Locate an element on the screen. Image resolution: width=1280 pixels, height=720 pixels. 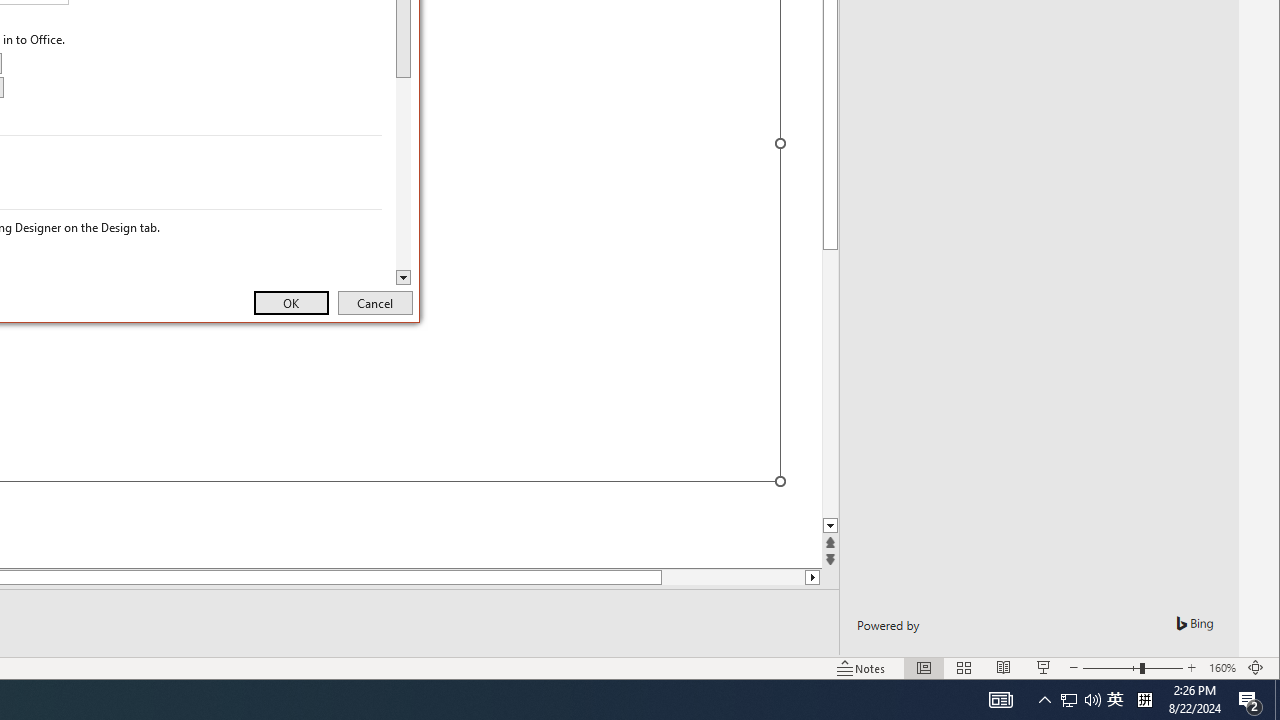
'Cancel' is located at coordinates (375, 303).